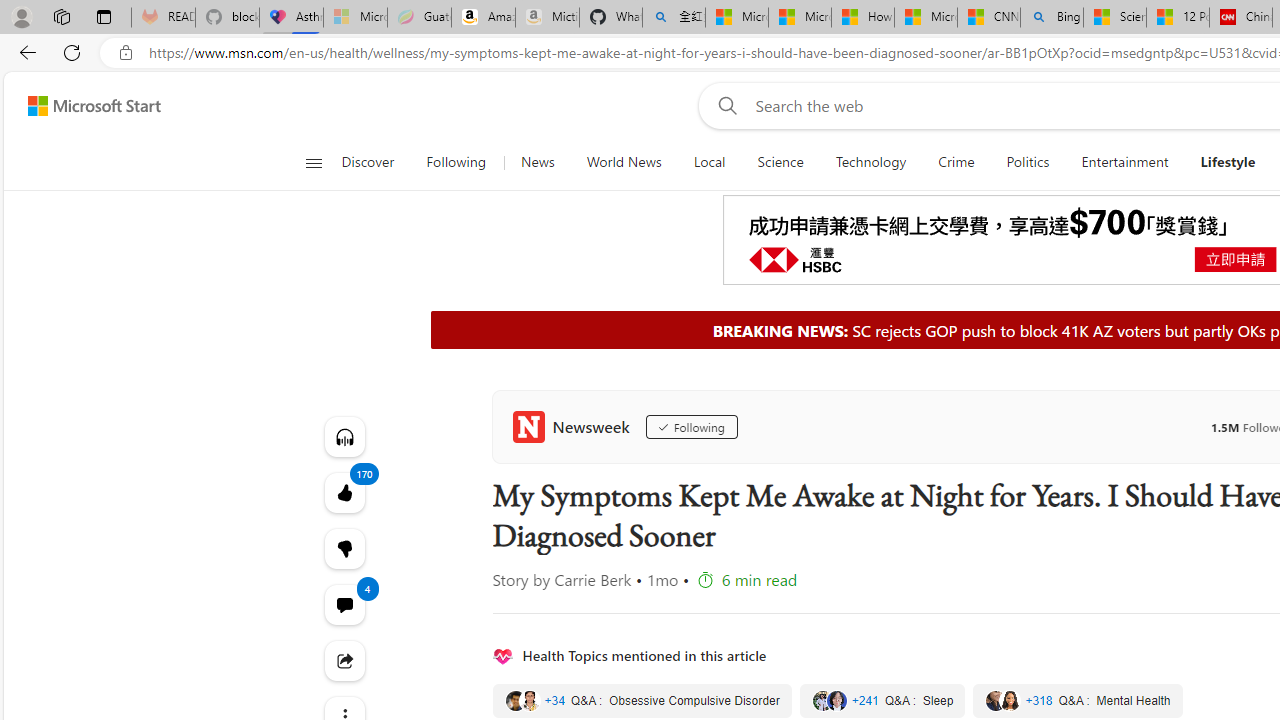 The image size is (1280, 720). What do you see at coordinates (1009, 699) in the screenshot?
I see `'Class: quote-thumbnail'` at bounding box center [1009, 699].